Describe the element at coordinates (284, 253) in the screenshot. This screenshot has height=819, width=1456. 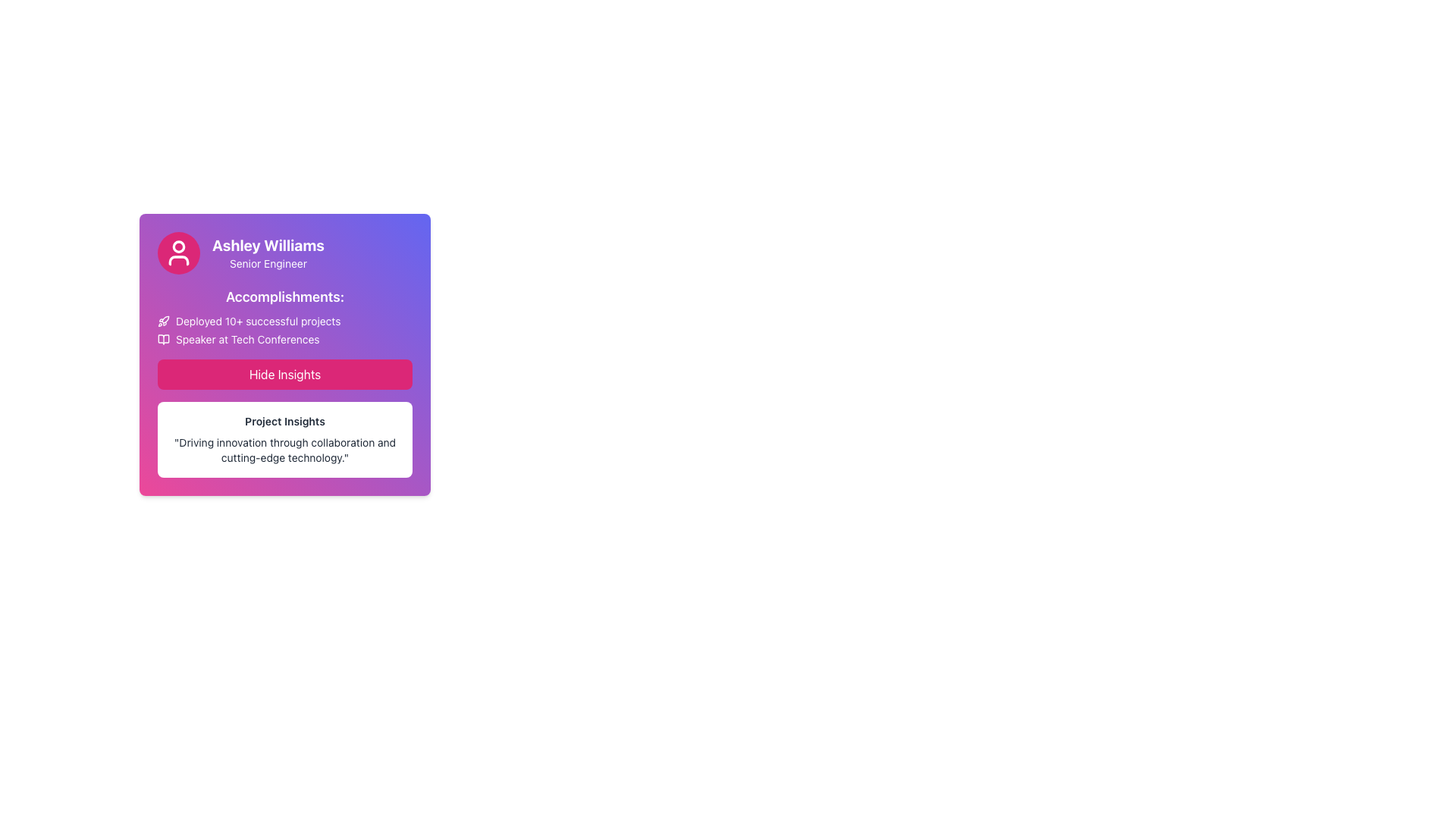
I see `text from the Text and Icon Section containing 'Ashley Williams' and 'Senior Engineer' to obtain the individual's information` at that location.